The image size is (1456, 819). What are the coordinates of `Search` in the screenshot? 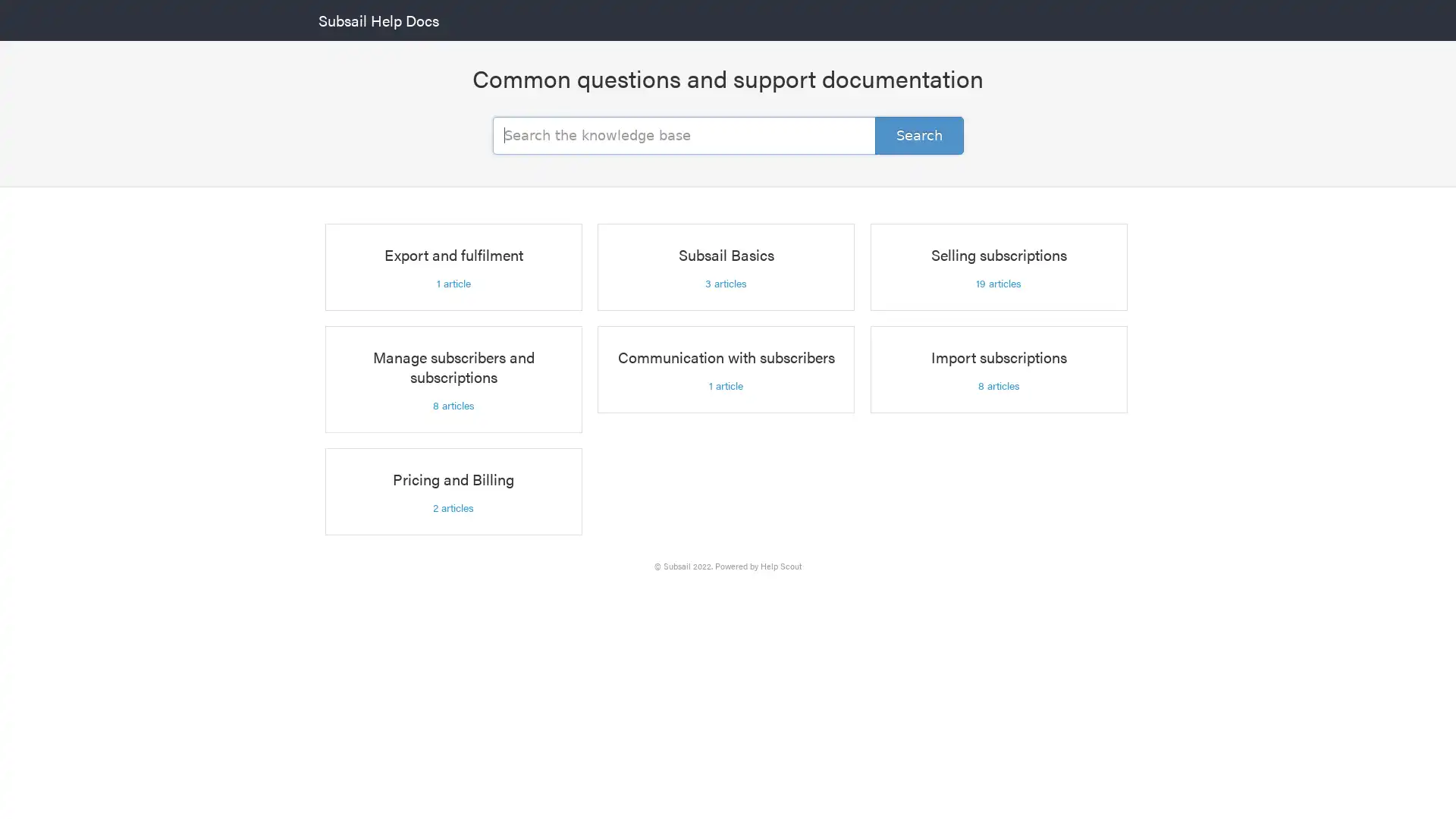 It's located at (918, 133).